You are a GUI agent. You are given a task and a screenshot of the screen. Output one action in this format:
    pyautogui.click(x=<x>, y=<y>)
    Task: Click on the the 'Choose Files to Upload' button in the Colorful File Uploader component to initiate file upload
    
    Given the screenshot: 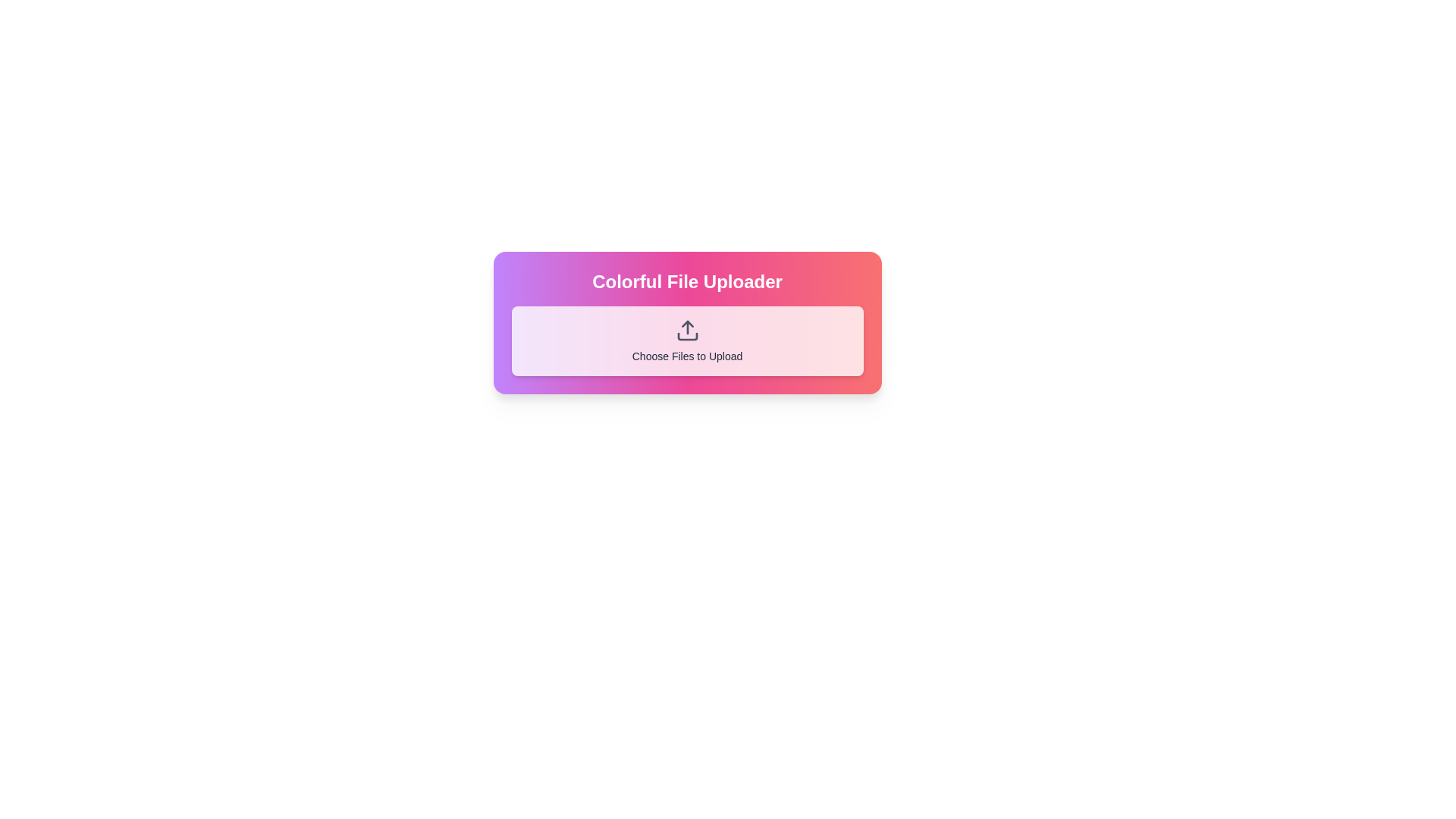 What is the action you would take?
    pyautogui.click(x=686, y=322)
    